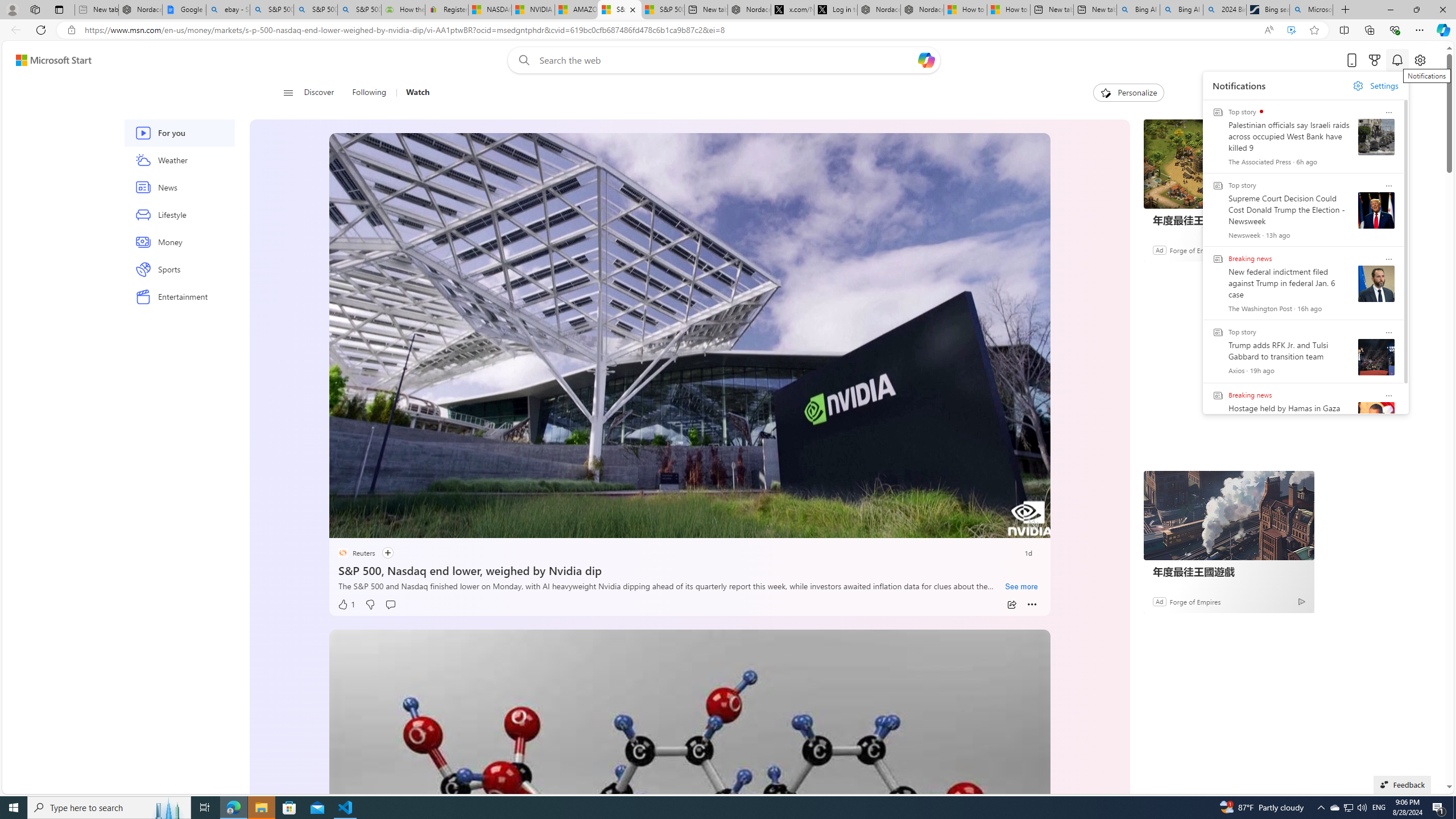 The width and height of the screenshot is (1456, 819). What do you see at coordinates (345, 604) in the screenshot?
I see `'1 Like'` at bounding box center [345, 604].